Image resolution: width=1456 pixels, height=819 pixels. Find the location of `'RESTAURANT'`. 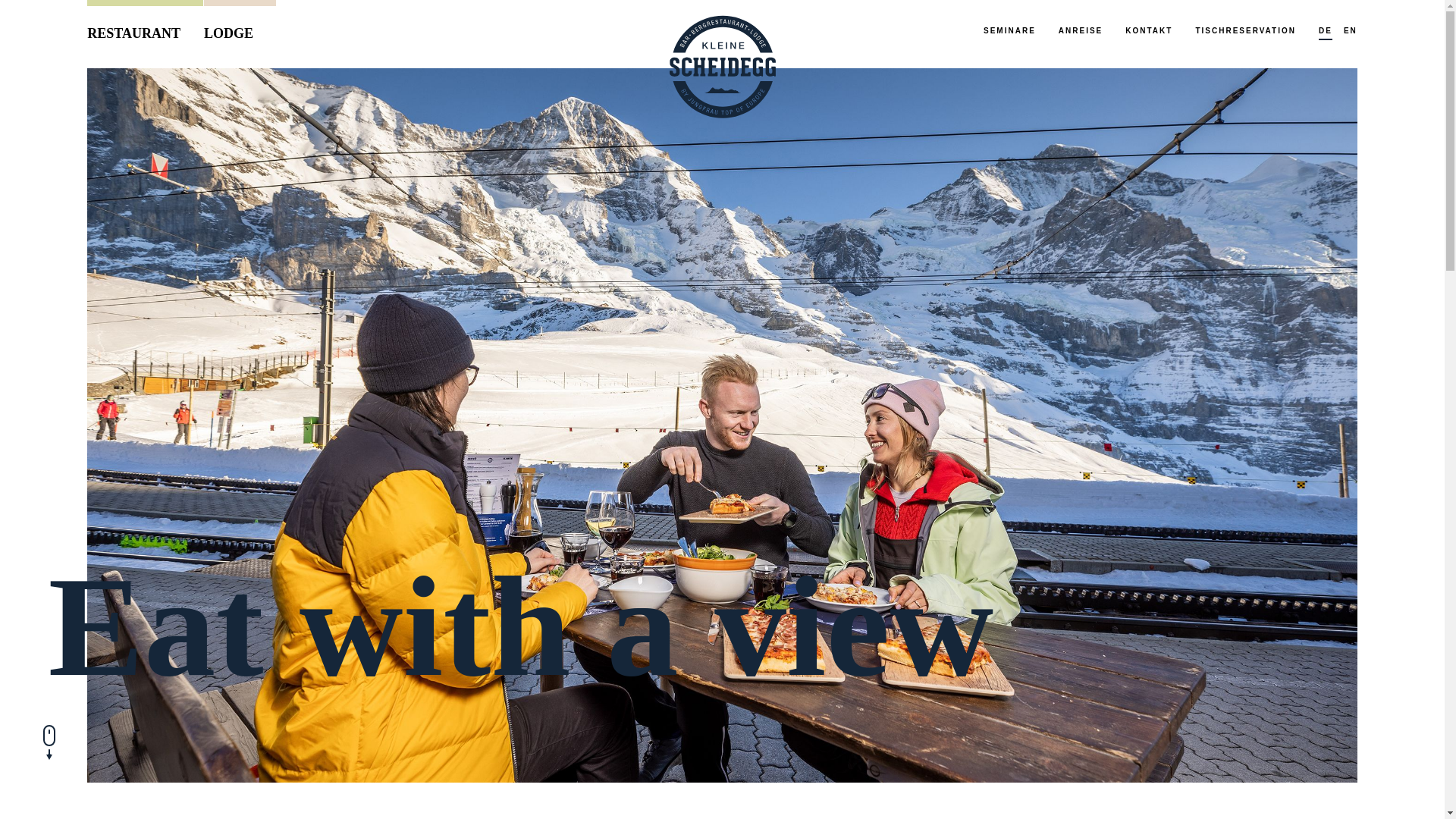

'RESTAURANT' is located at coordinates (145, 26).